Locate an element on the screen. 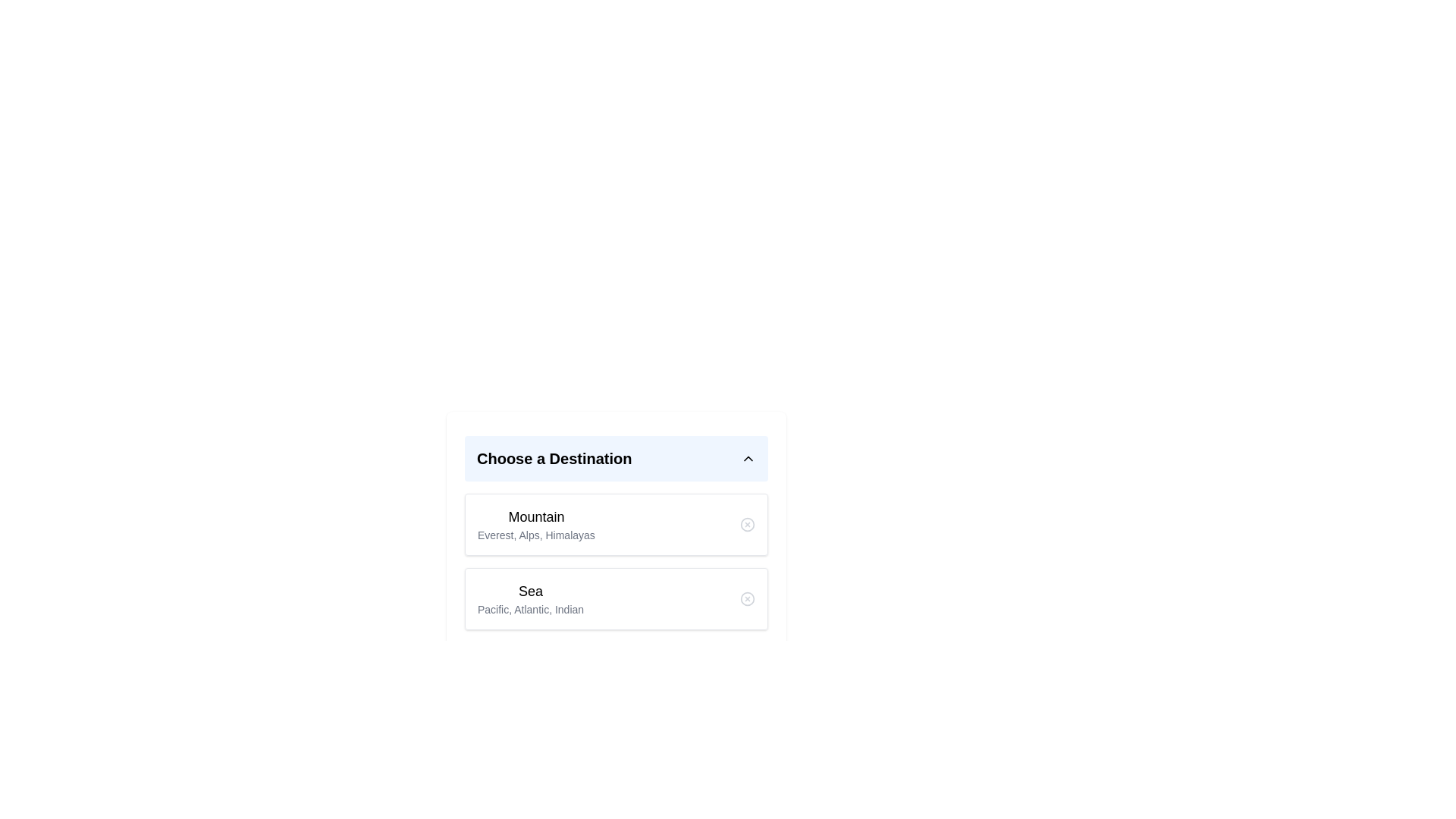 The height and width of the screenshot is (819, 1456). the informative text block labeled 'Sea' which lists 'Pacific, Atlantic, Indian' for context menu interactions is located at coordinates (531, 598).